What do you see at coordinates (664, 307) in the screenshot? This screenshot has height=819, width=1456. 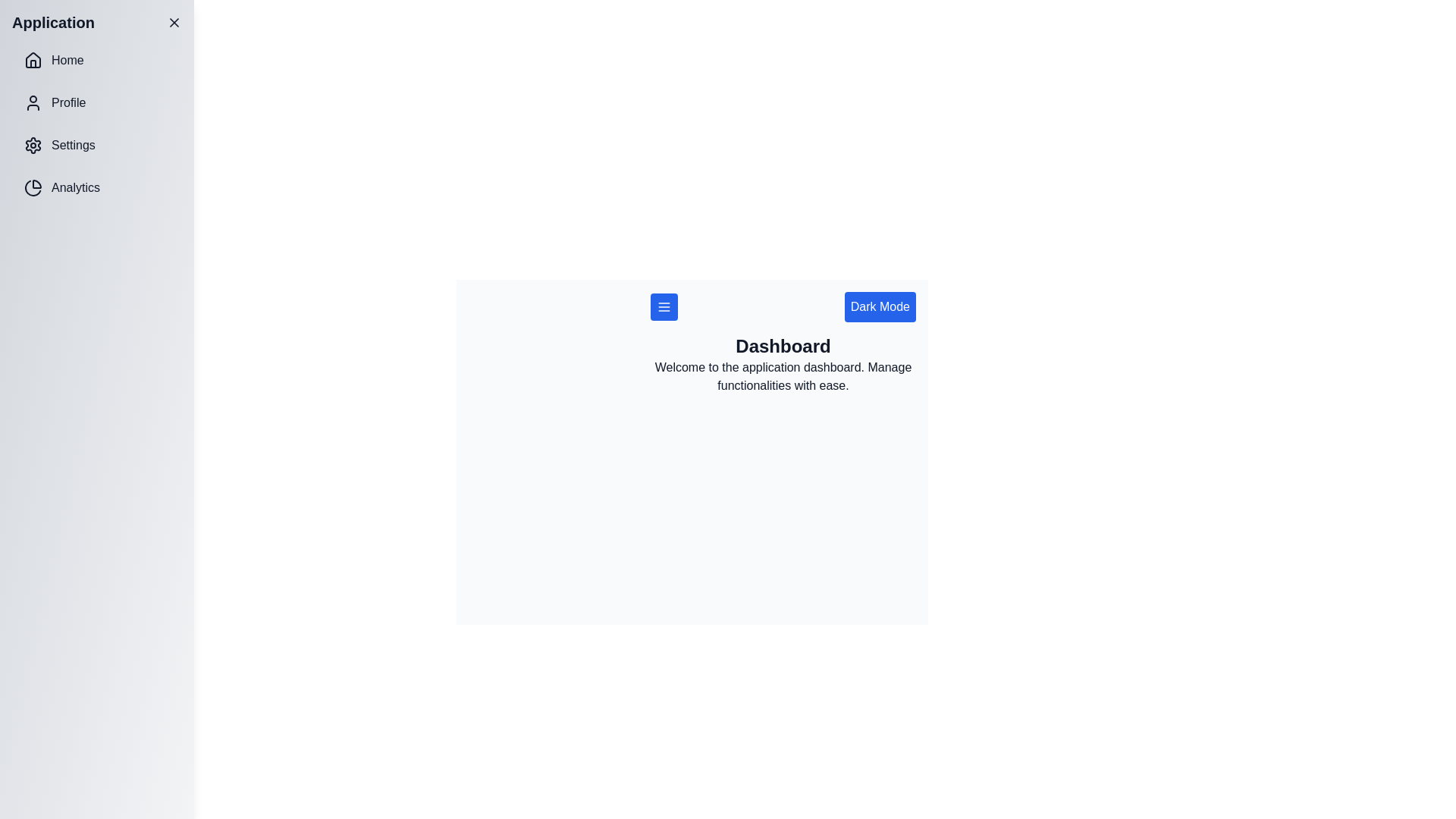 I see `the blue icon button with three white horizontal lines stacked vertically, located` at bounding box center [664, 307].